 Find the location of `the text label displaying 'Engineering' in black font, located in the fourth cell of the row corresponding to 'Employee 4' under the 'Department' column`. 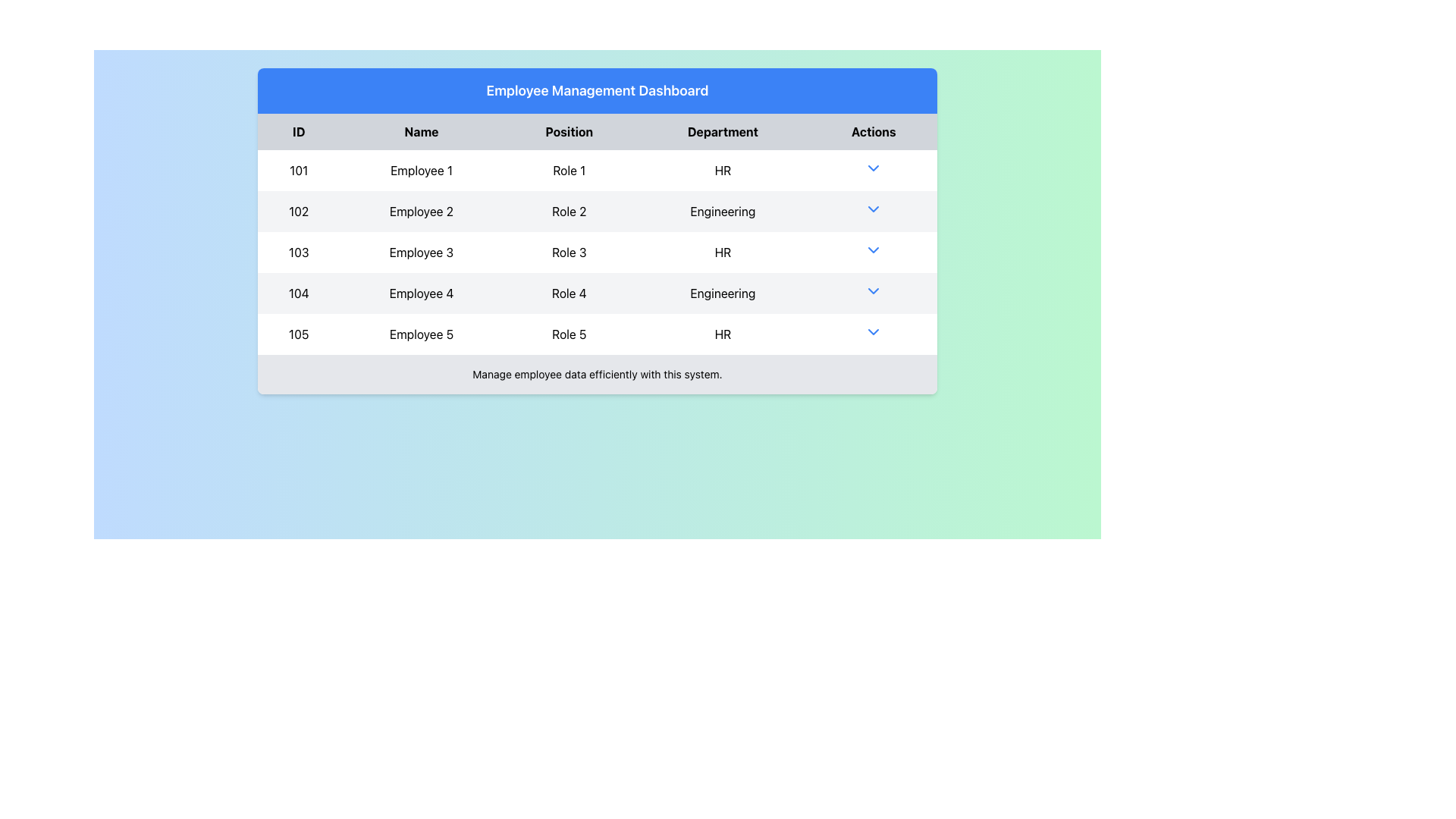

the text label displaying 'Engineering' in black font, located in the fourth cell of the row corresponding to 'Employee 4' under the 'Department' column is located at coordinates (722, 293).